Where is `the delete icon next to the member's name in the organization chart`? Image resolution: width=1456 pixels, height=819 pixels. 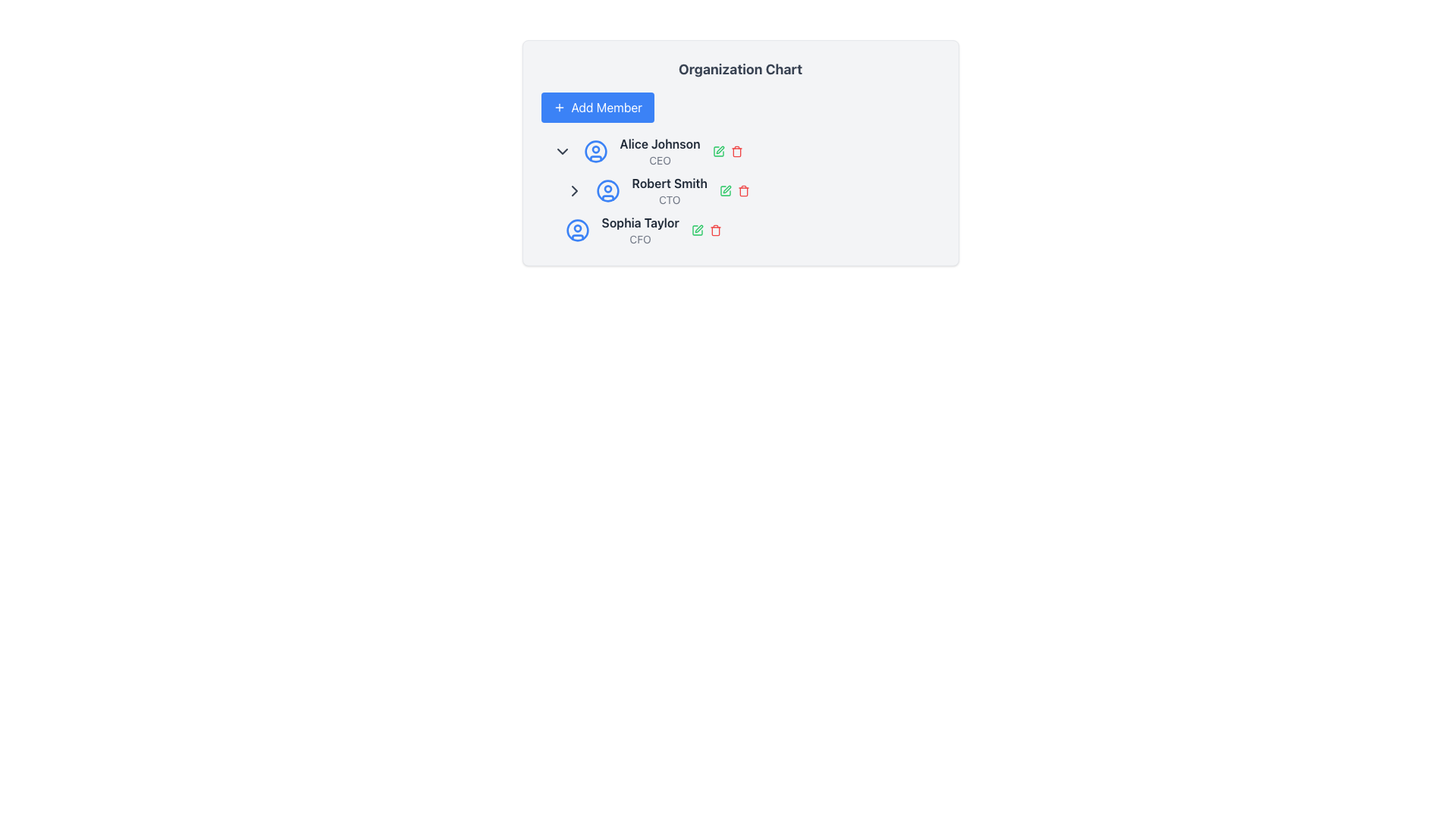
the delete icon next to the member's name in the organization chart is located at coordinates (740, 190).